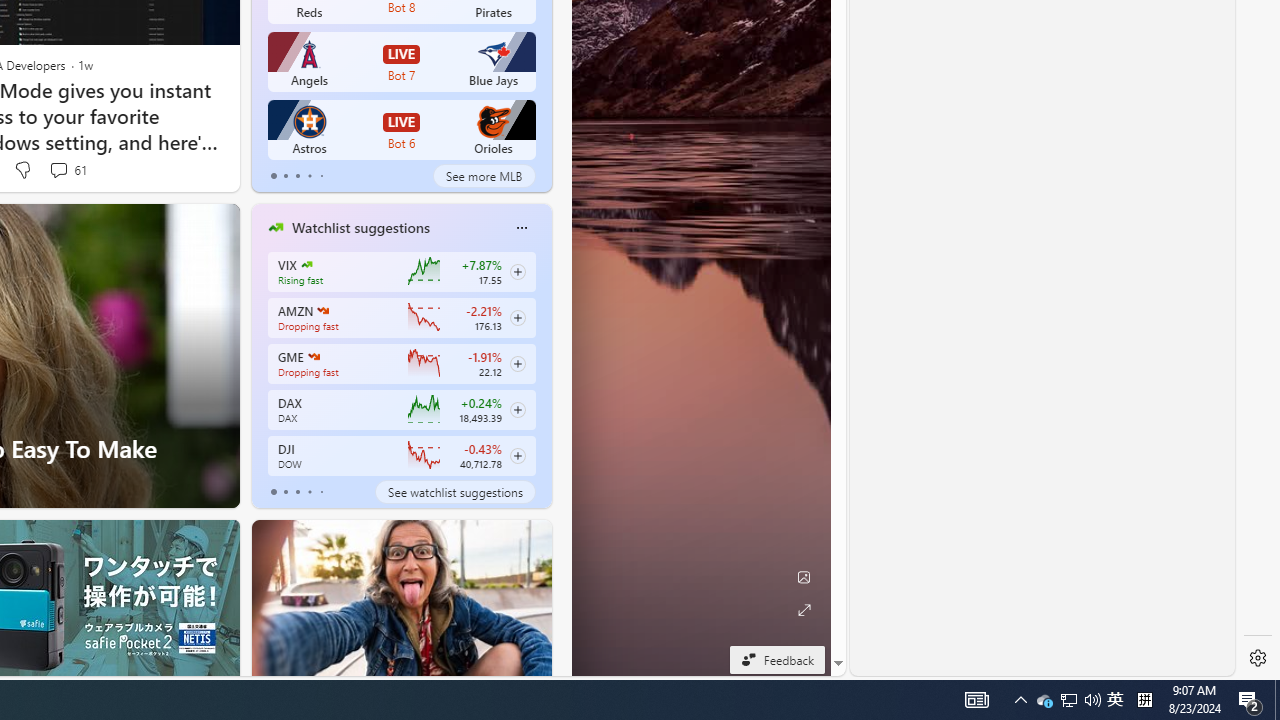 This screenshot has height=720, width=1280. Describe the element at coordinates (296, 492) in the screenshot. I see `'tab-2'` at that location.